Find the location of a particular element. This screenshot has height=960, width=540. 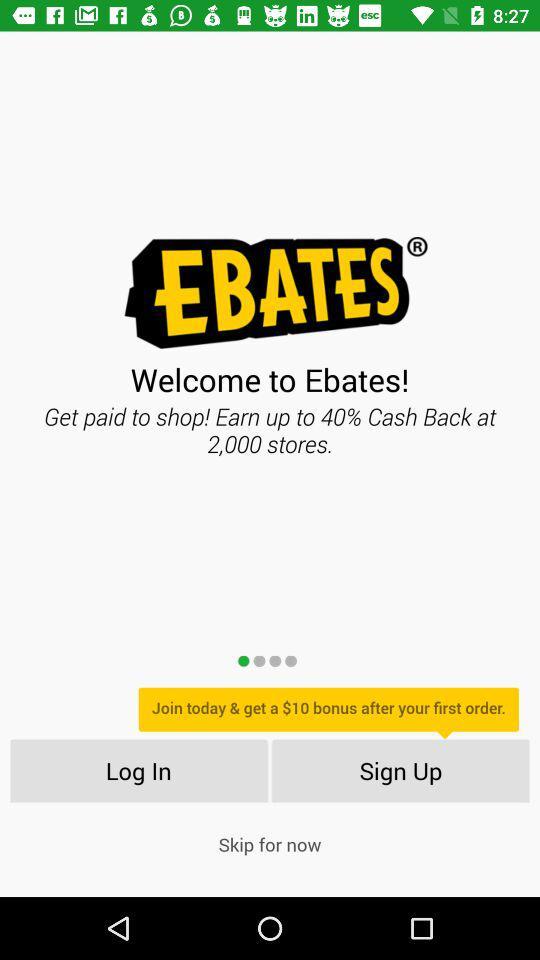

icon at the bottom left corner is located at coordinates (137, 769).